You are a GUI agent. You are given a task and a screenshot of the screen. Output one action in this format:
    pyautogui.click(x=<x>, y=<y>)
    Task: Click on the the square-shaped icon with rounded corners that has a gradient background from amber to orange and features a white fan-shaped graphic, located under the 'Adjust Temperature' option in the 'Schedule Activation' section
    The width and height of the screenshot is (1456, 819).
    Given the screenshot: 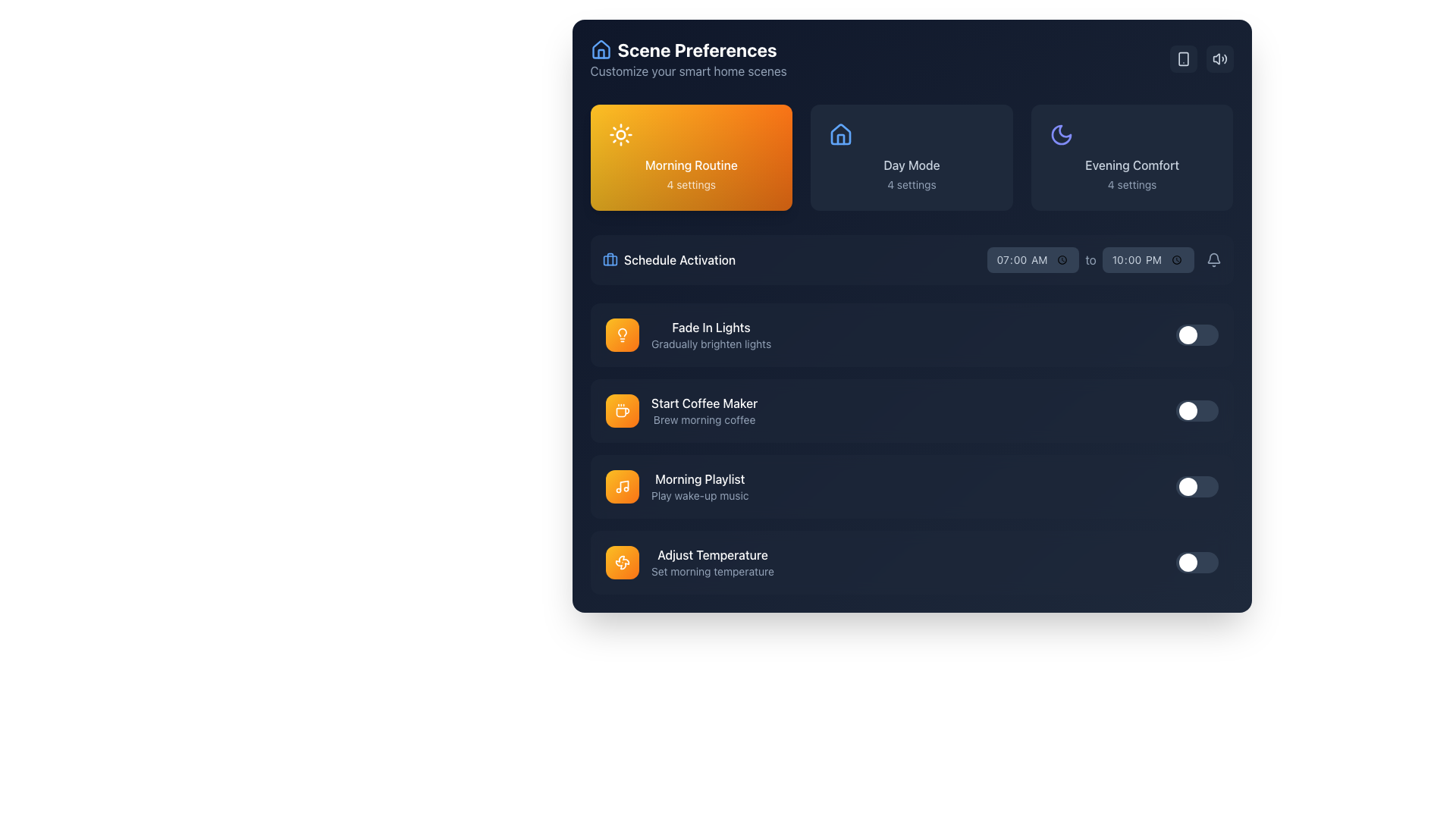 What is the action you would take?
    pyautogui.click(x=622, y=562)
    